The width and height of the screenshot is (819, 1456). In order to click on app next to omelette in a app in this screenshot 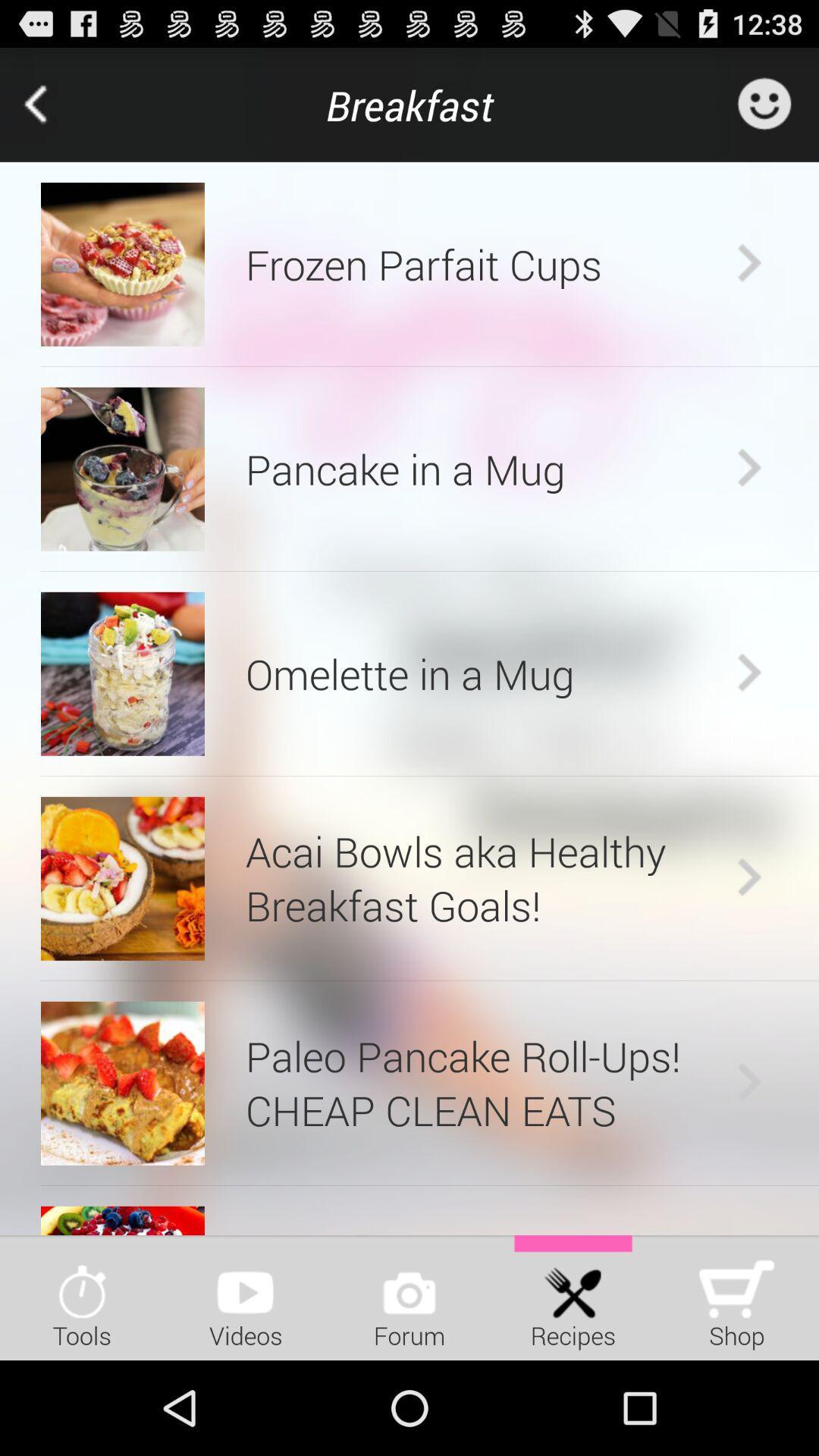, I will do `click(122, 673)`.